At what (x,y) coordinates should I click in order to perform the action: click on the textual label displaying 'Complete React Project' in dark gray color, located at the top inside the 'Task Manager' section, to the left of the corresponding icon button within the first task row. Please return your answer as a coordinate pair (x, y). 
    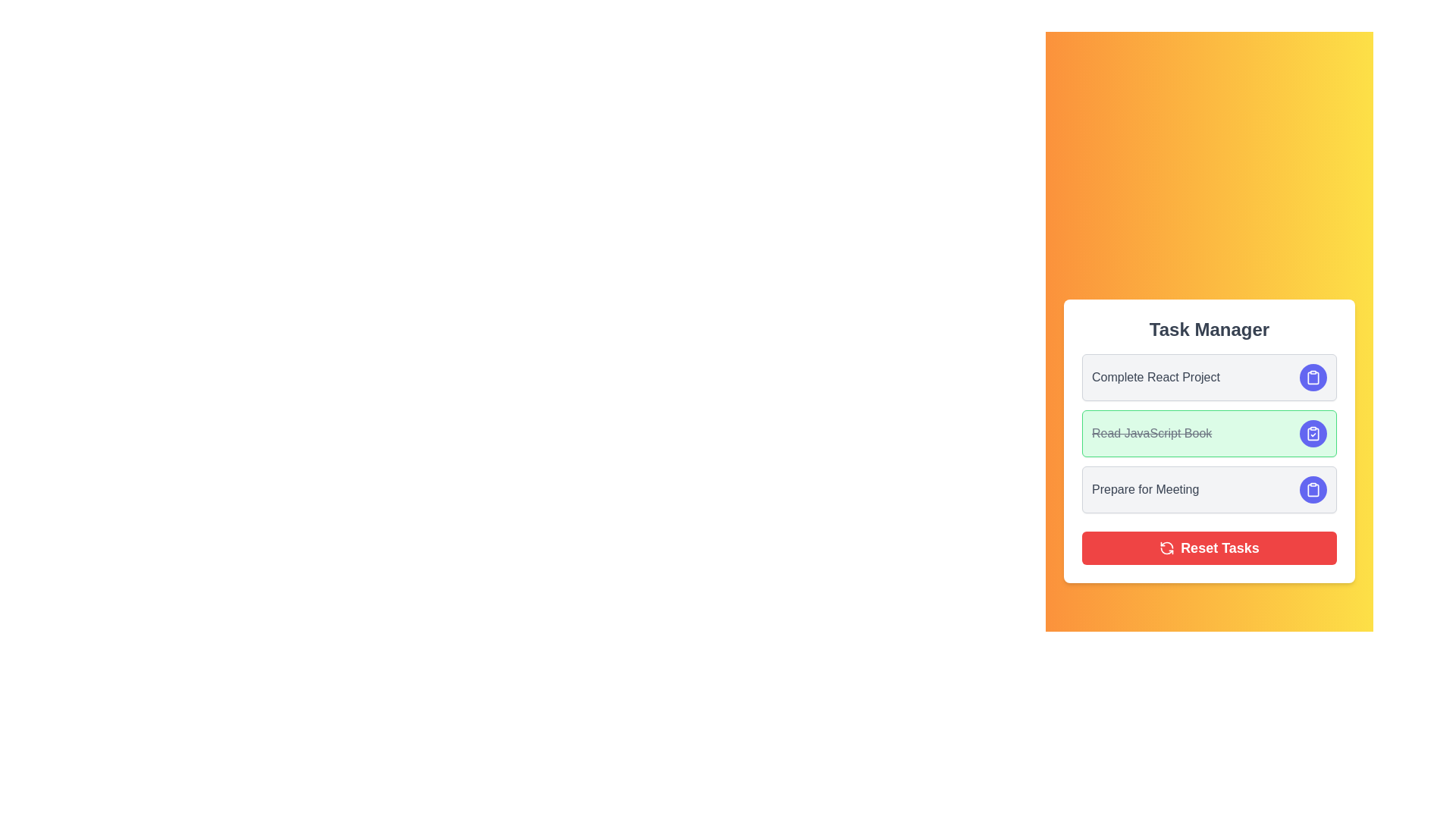
    Looking at the image, I should click on (1155, 376).